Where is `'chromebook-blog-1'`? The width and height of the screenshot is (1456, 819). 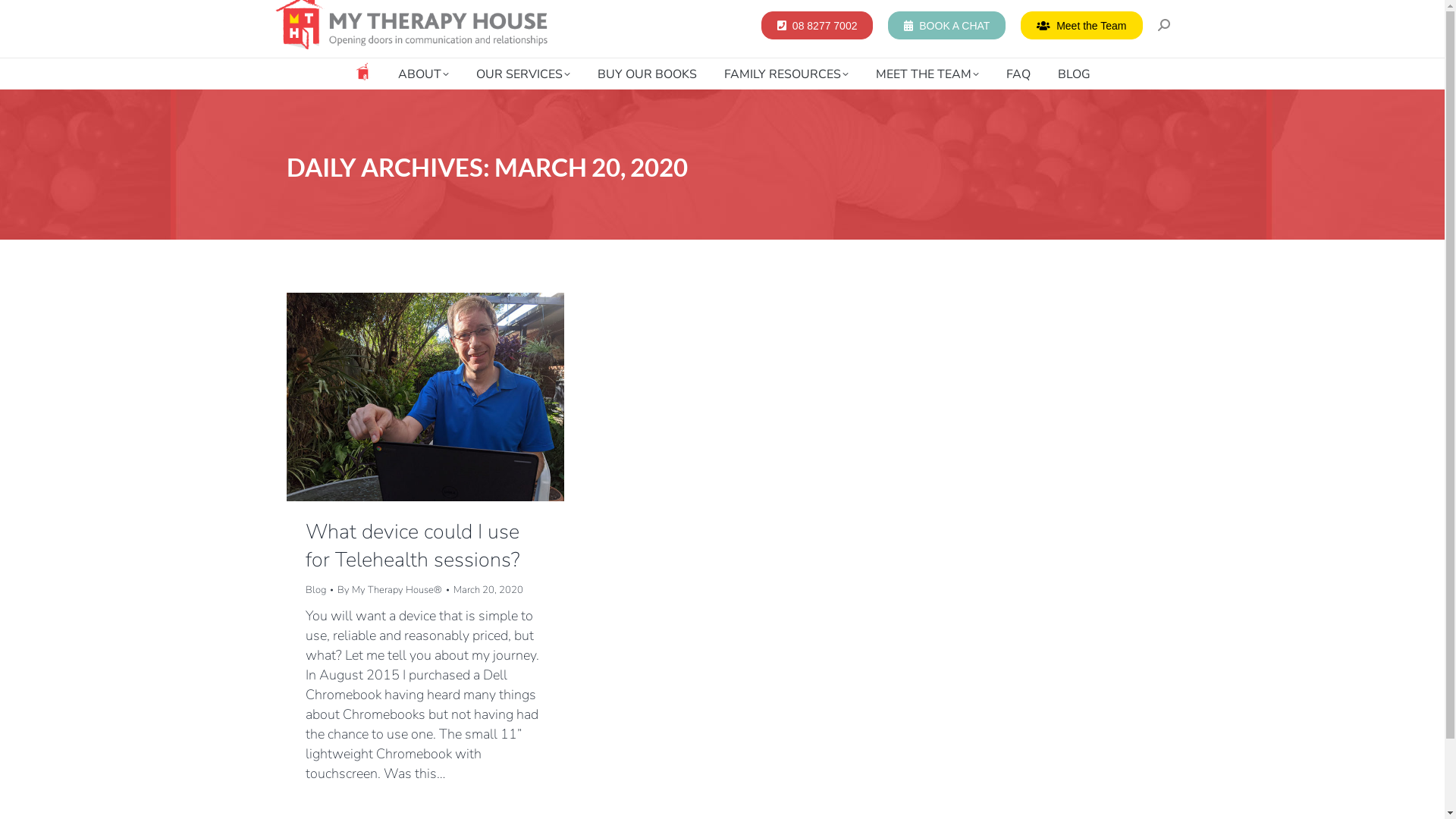 'chromebook-blog-1' is located at coordinates (425, 396).